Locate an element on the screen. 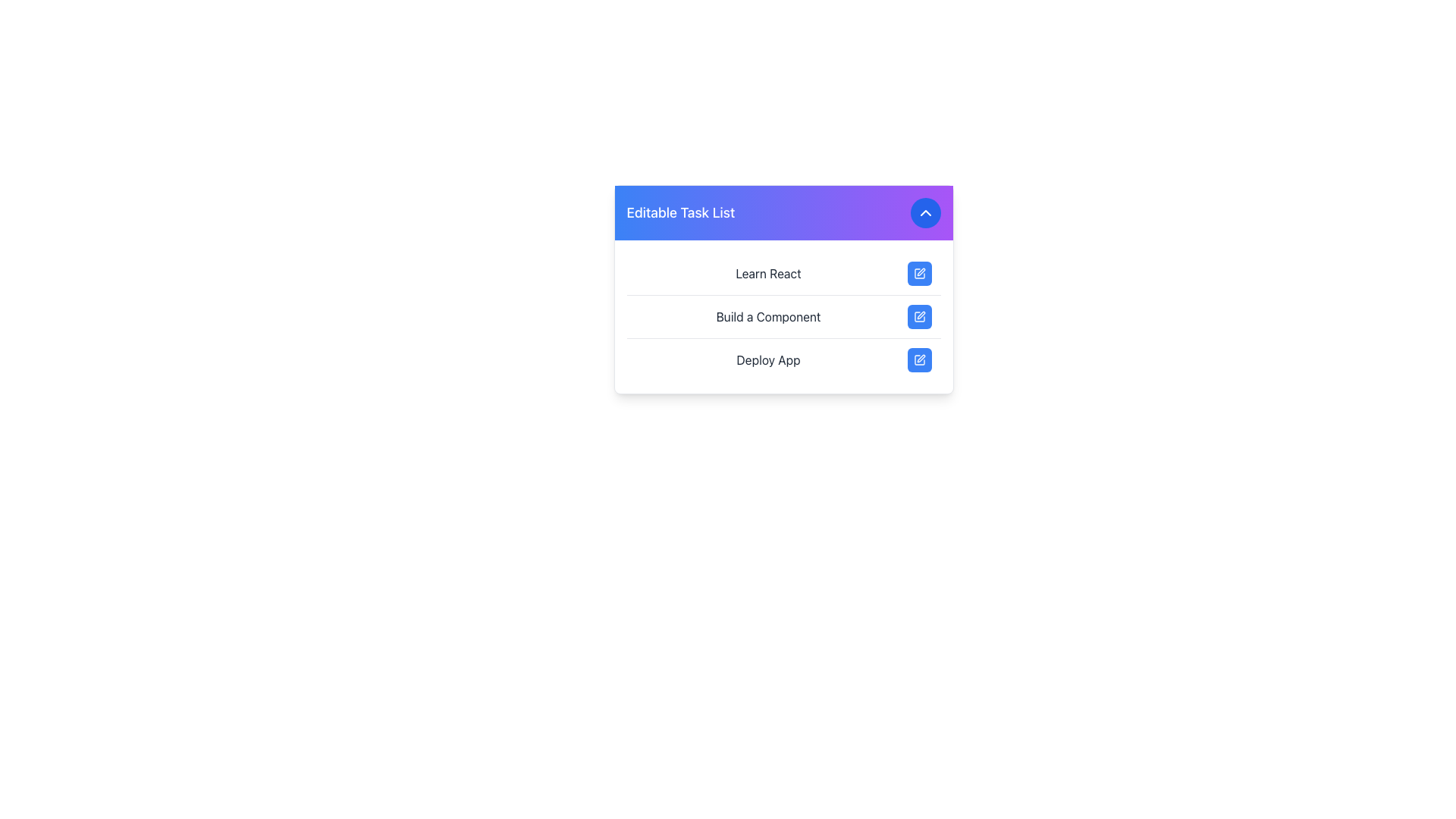  the toggle button in the top-right corner next to 'Editable Task List' is located at coordinates (924, 213).